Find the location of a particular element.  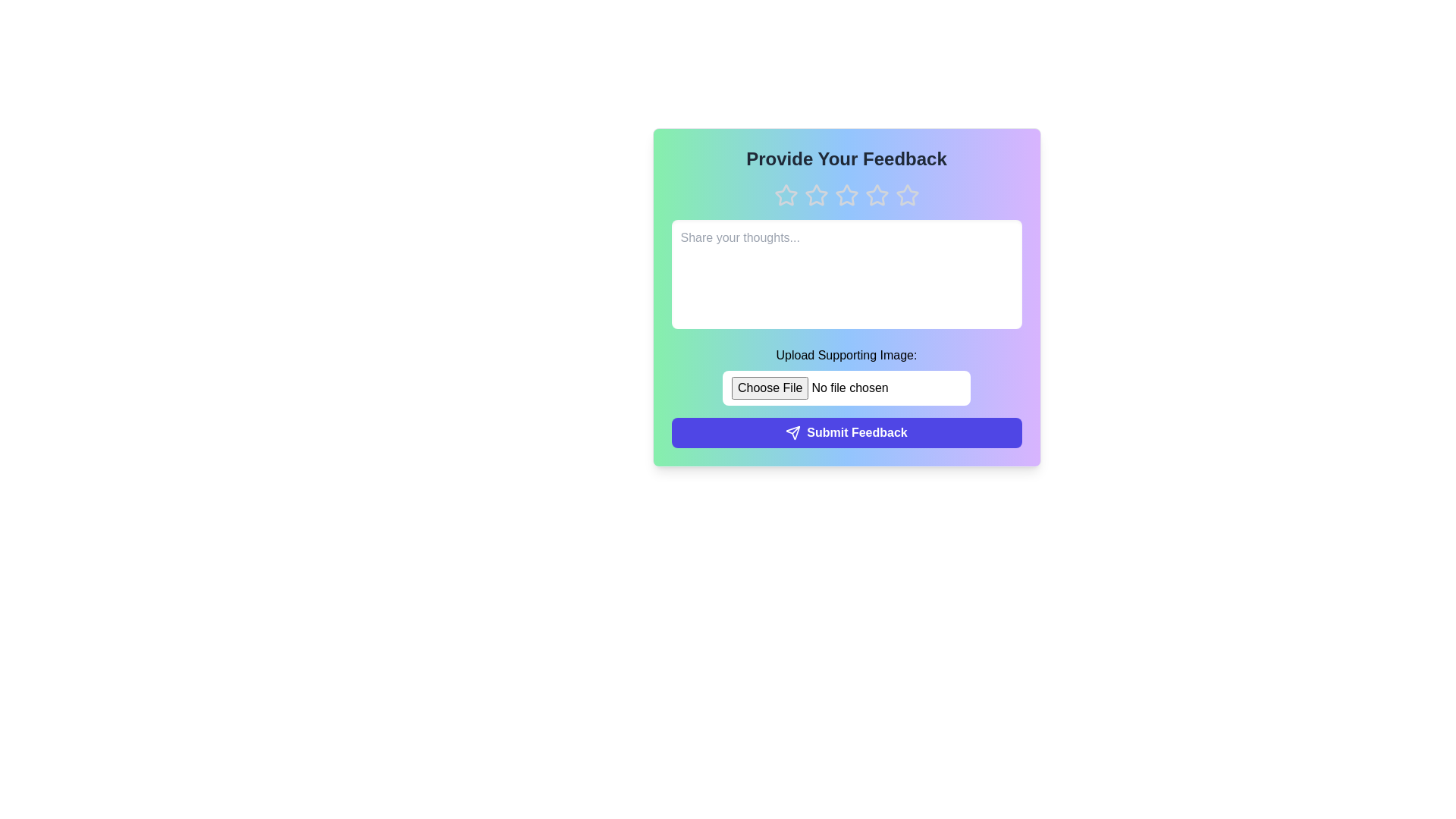

the 'Submit Feedback' button, which is a horizontally aligned rectangular button with a purple gradient background and white text, located at the bottom of the feedback form under 'Upload Supporting Image:' is located at coordinates (846, 432).